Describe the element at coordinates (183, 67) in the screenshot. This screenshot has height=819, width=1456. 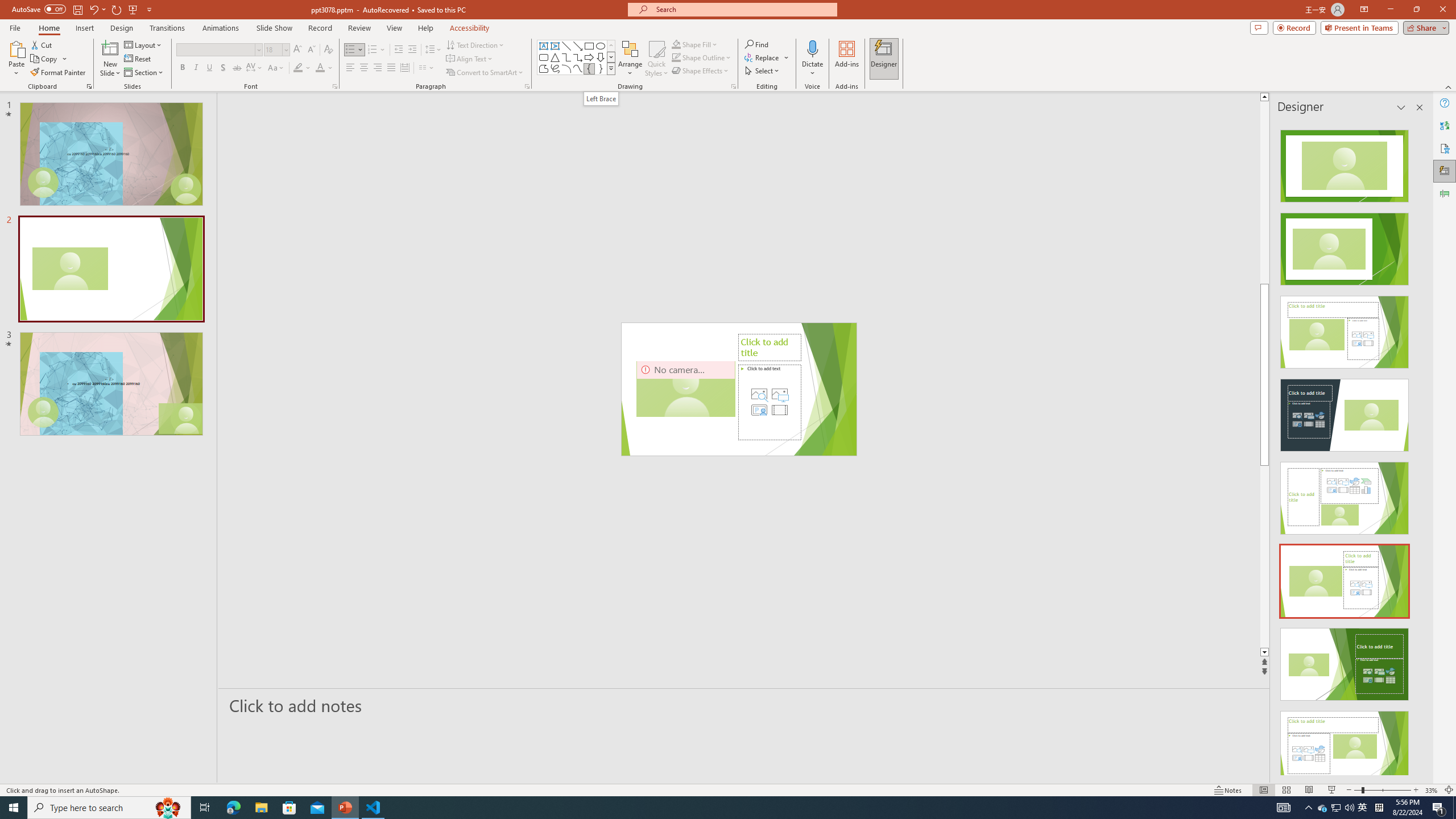
I see `'Bold'` at that location.